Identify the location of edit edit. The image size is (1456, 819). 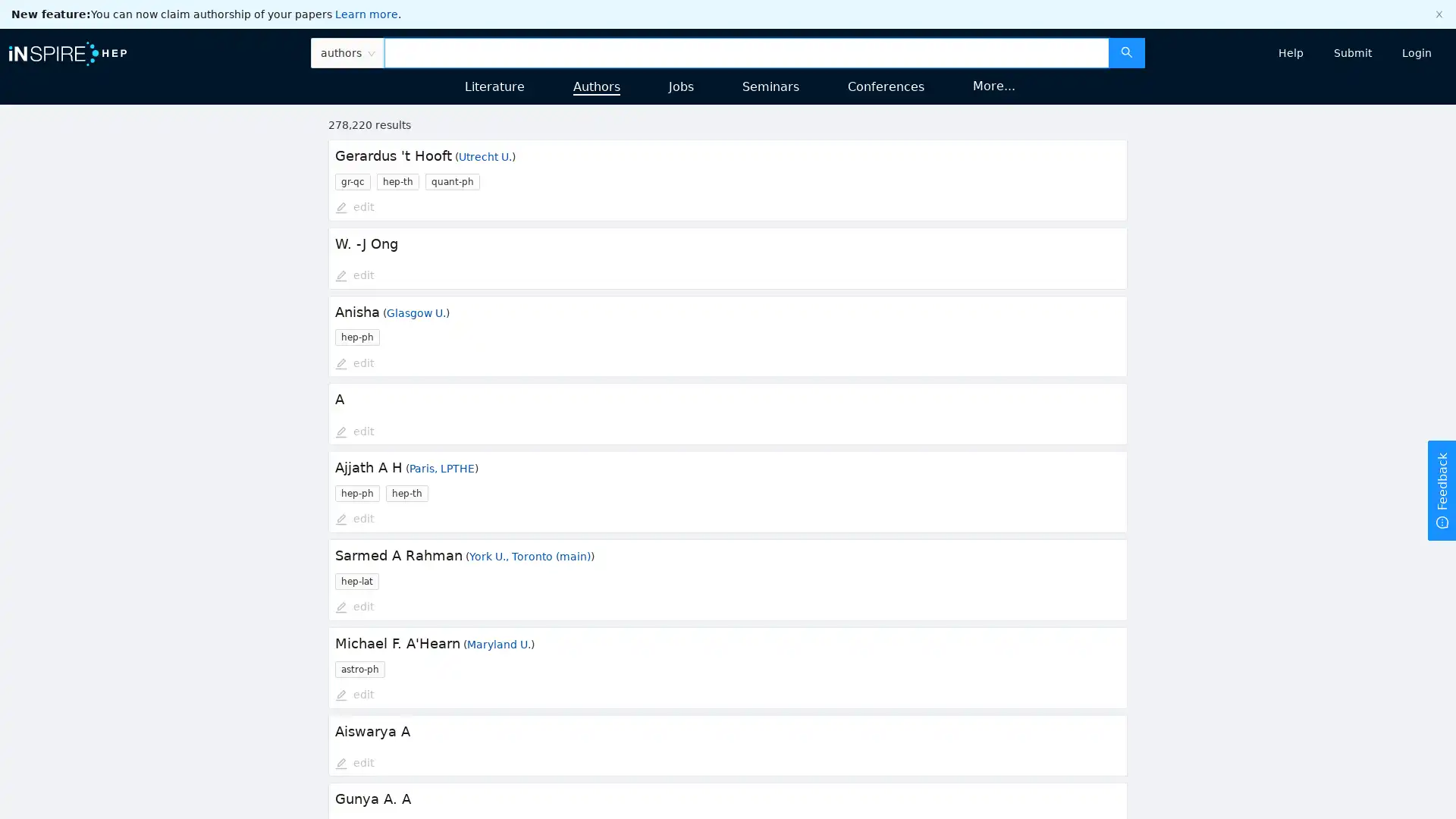
(353, 695).